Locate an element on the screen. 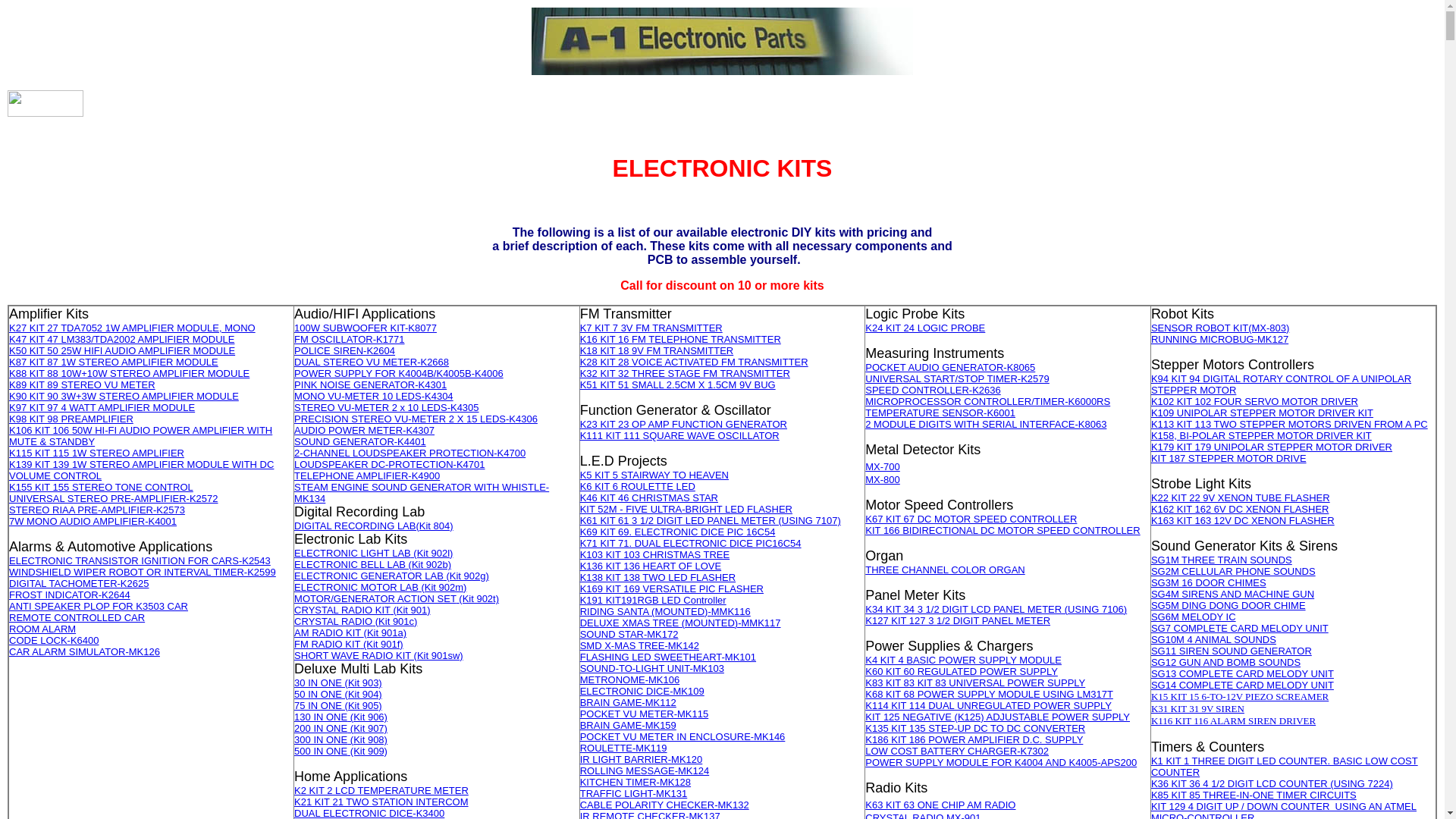  'K158, BI-POLAR STEPPER MOTOR DRIVER KIT' is located at coordinates (1261, 435).